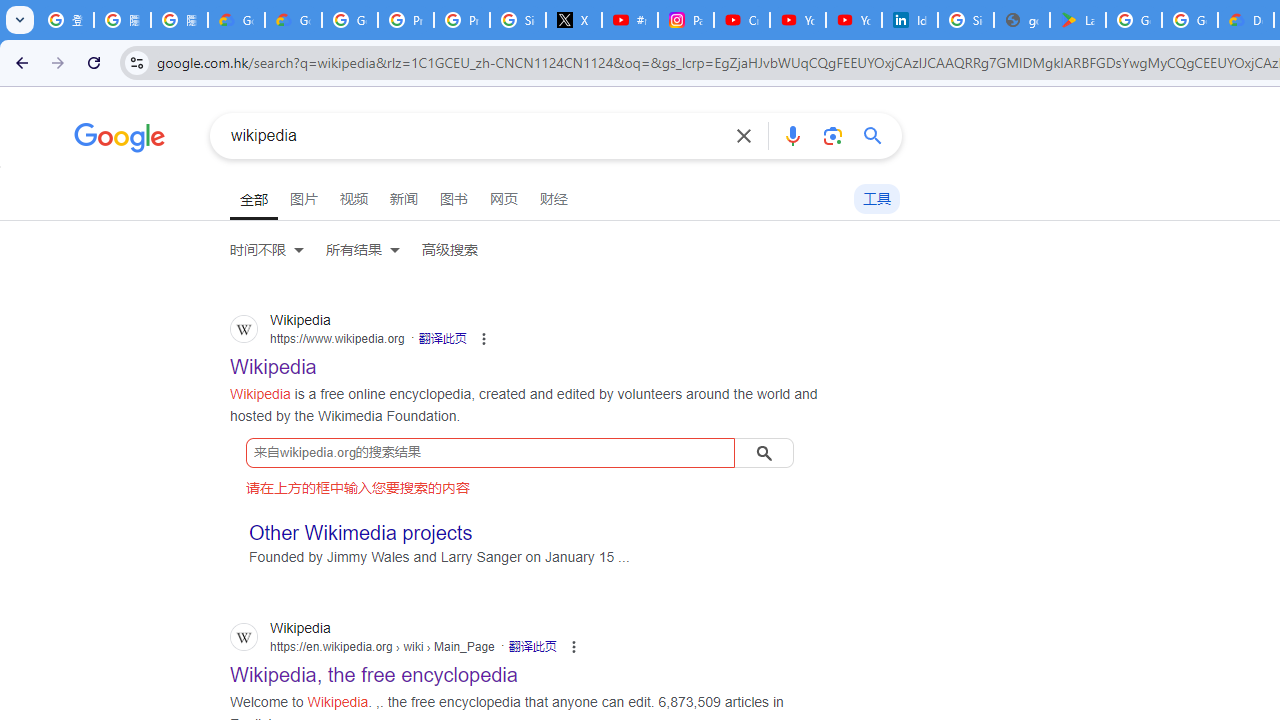 The width and height of the screenshot is (1280, 720). Describe the element at coordinates (236, 20) in the screenshot. I see `'Google Cloud Privacy Notice'` at that location.